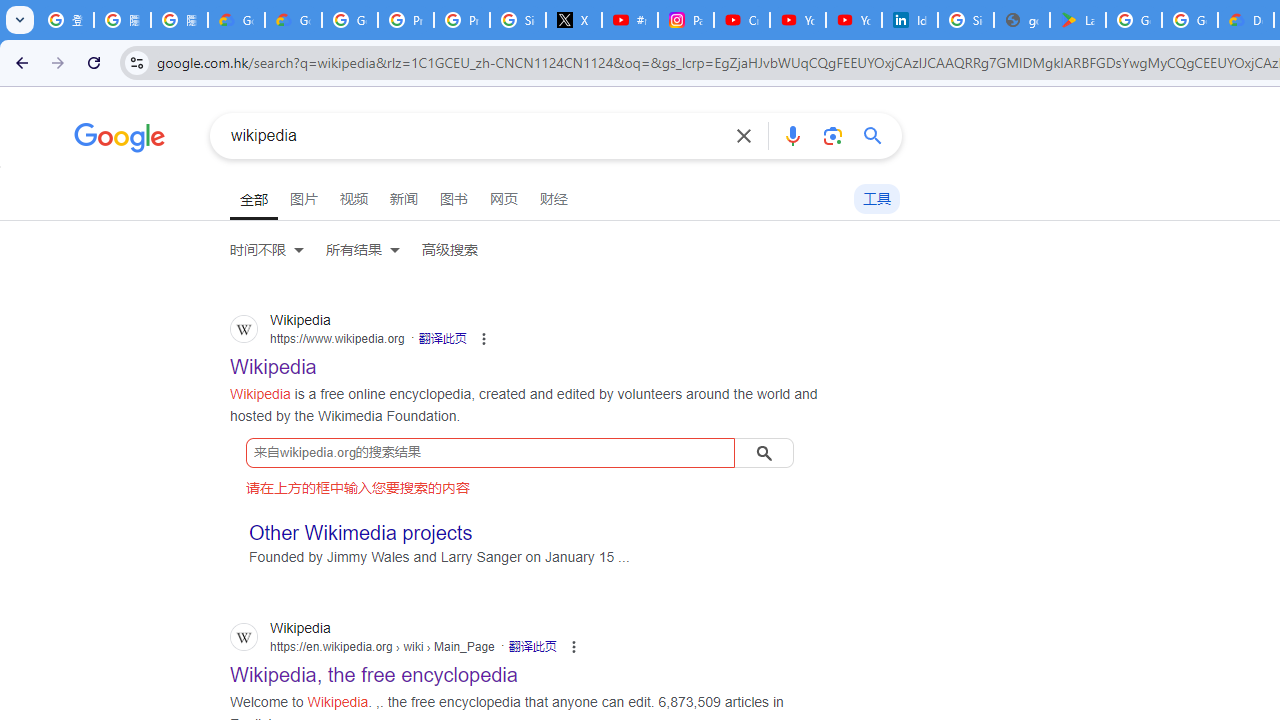 The width and height of the screenshot is (1280, 720). Describe the element at coordinates (236, 20) in the screenshot. I see `'Google Cloud Privacy Notice'` at that location.